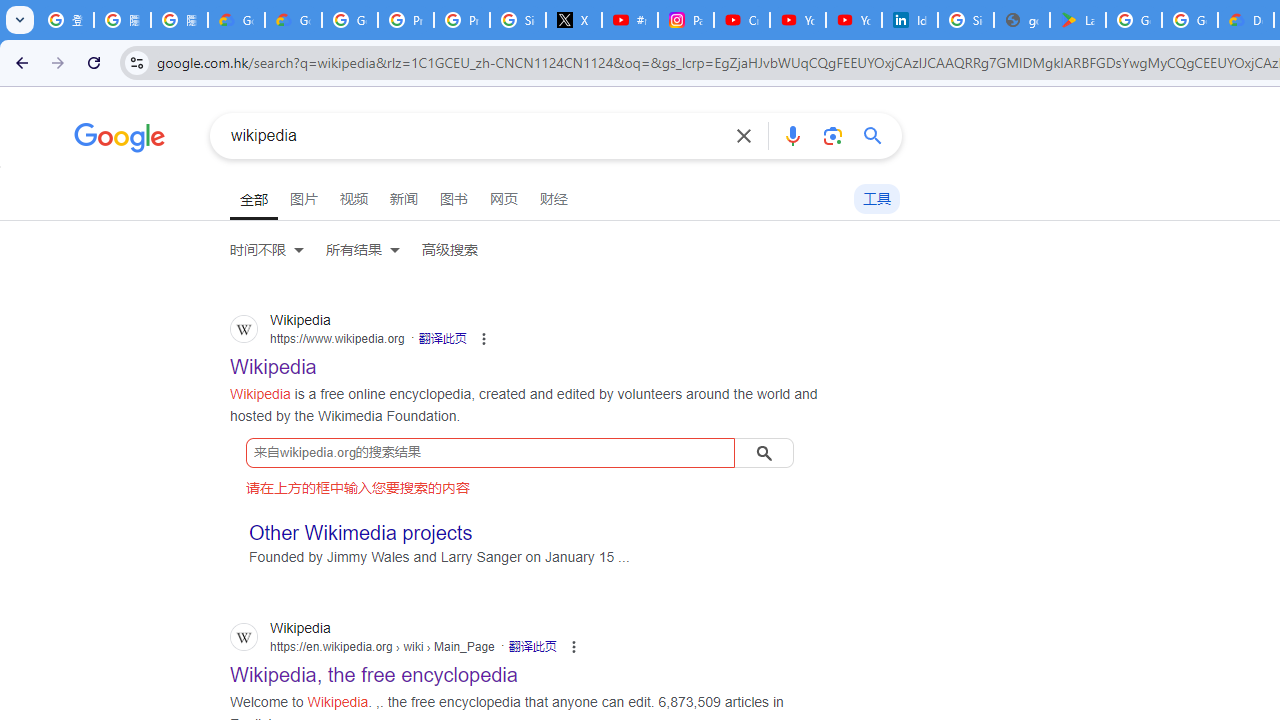 The width and height of the screenshot is (1280, 720). Describe the element at coordinates (236, 20) in the screenshot. I see `'Google Cloud Privacy Notice'` at that location.